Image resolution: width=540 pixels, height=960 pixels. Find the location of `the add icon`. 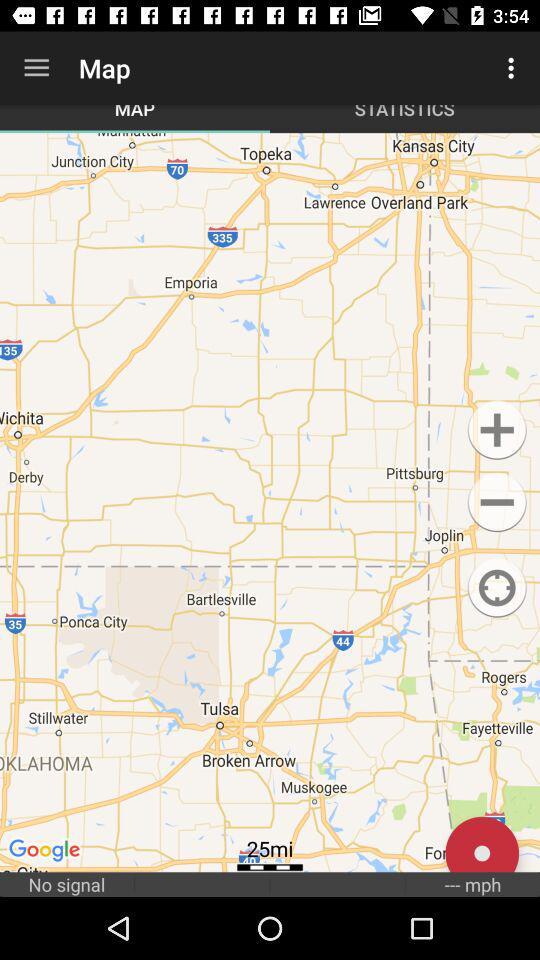

the add icon is located at coordinates (496, 430).